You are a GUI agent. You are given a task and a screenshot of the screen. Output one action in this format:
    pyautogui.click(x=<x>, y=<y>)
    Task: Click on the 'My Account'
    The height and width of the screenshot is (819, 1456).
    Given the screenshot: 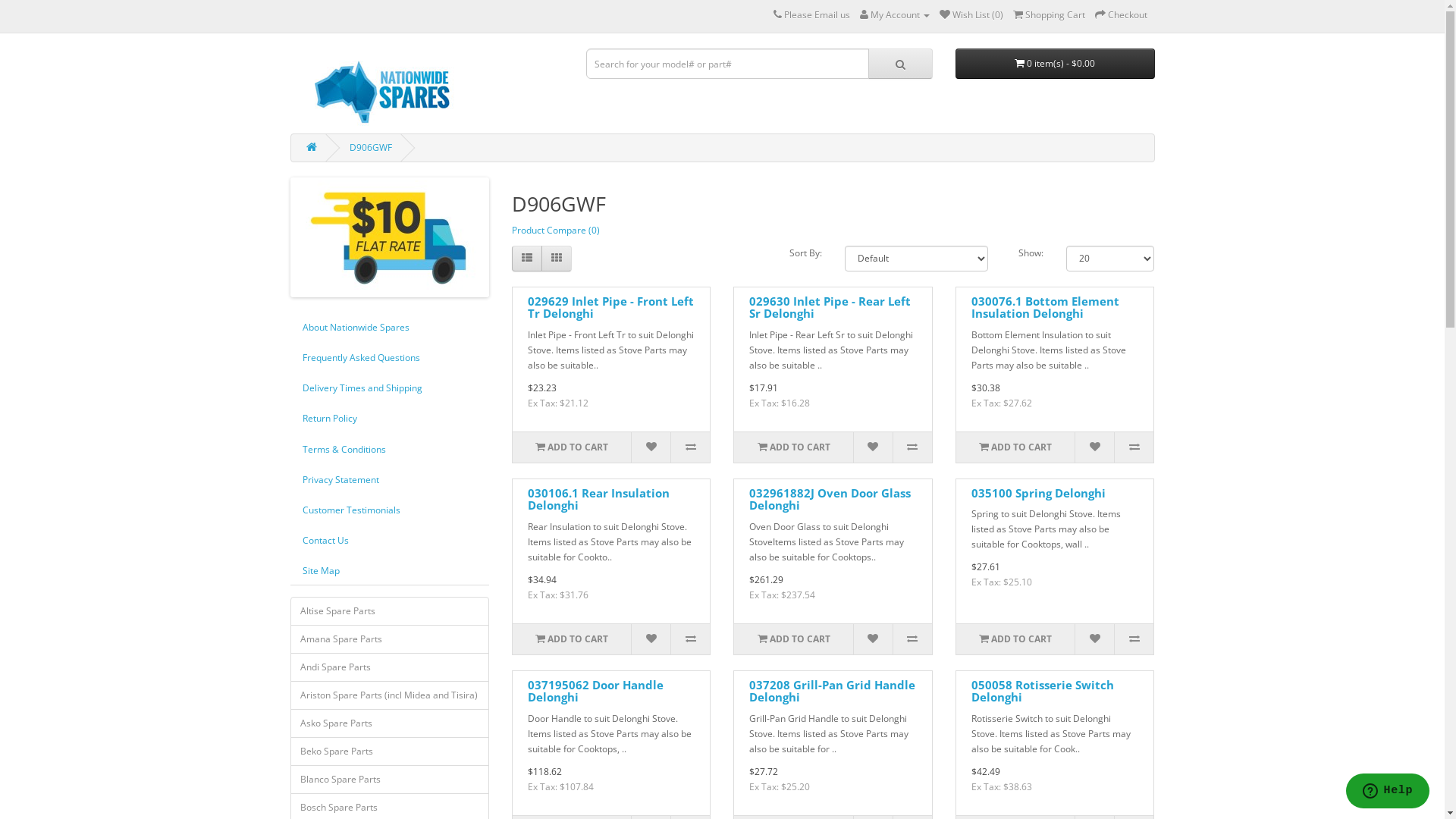 What is the action you would take?
    pyautogui.click(x=895, y=14)
    